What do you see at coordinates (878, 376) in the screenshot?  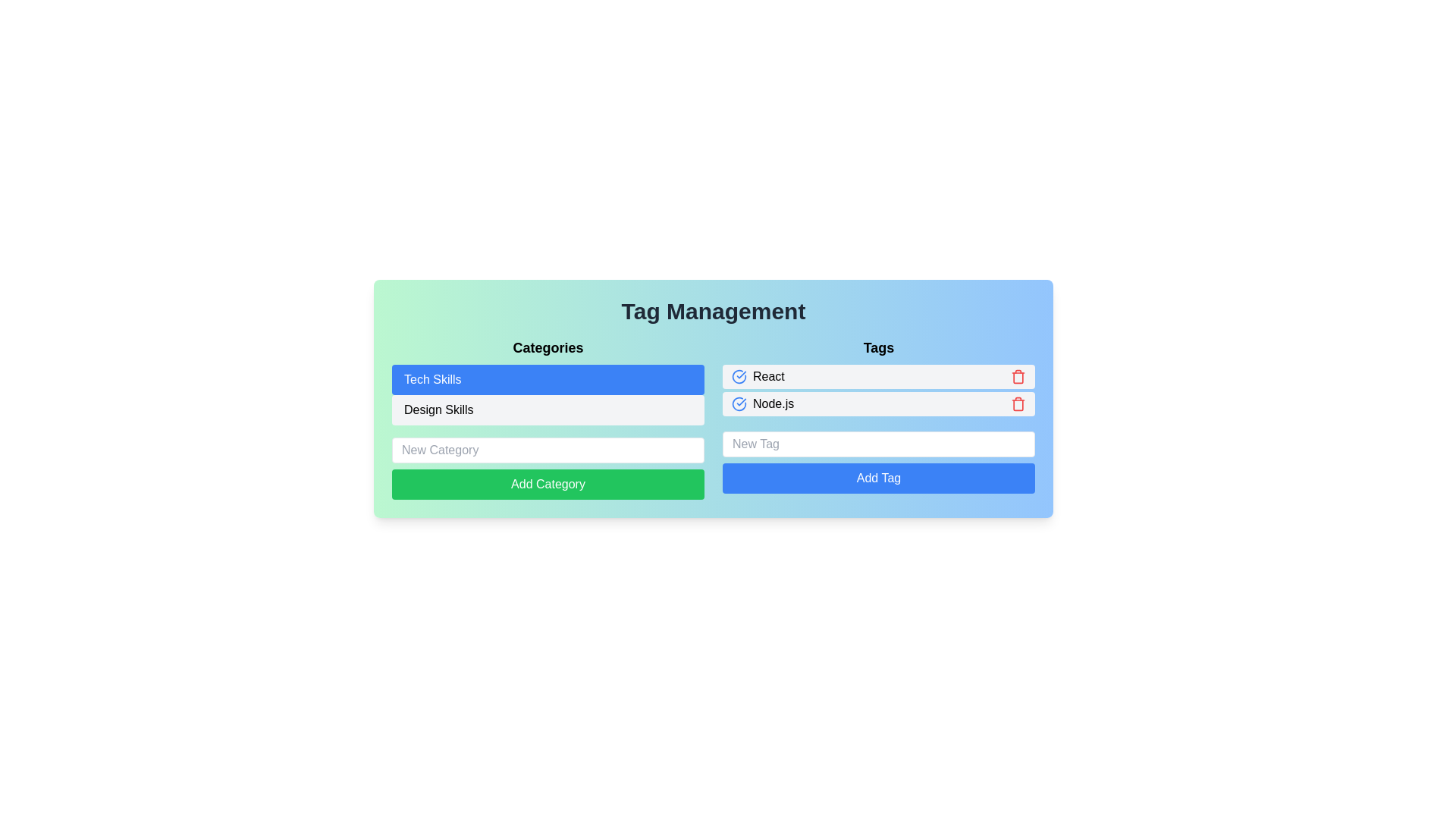 I see `the Tag item labeled 'React' with a delete button to trigger the tooltip or highlighting effect` at bounding box center [878, 376].